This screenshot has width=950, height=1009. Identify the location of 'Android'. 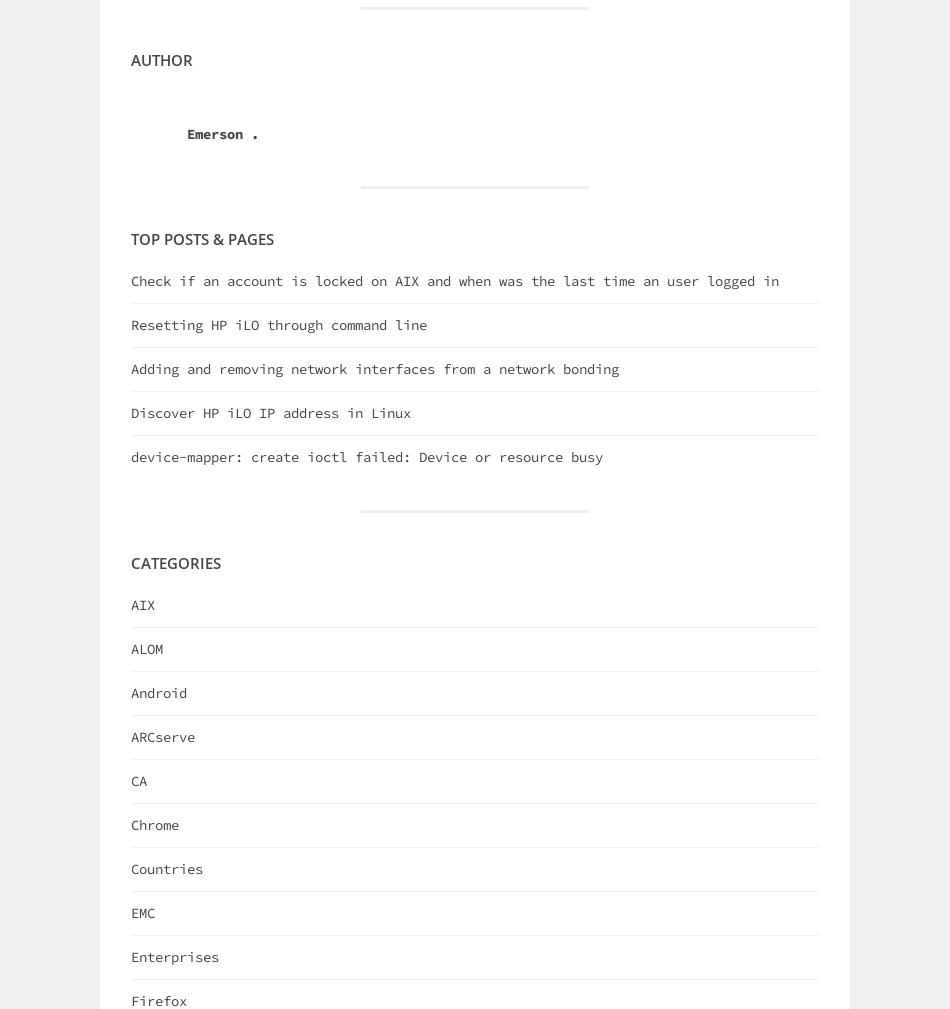
(159, 691).